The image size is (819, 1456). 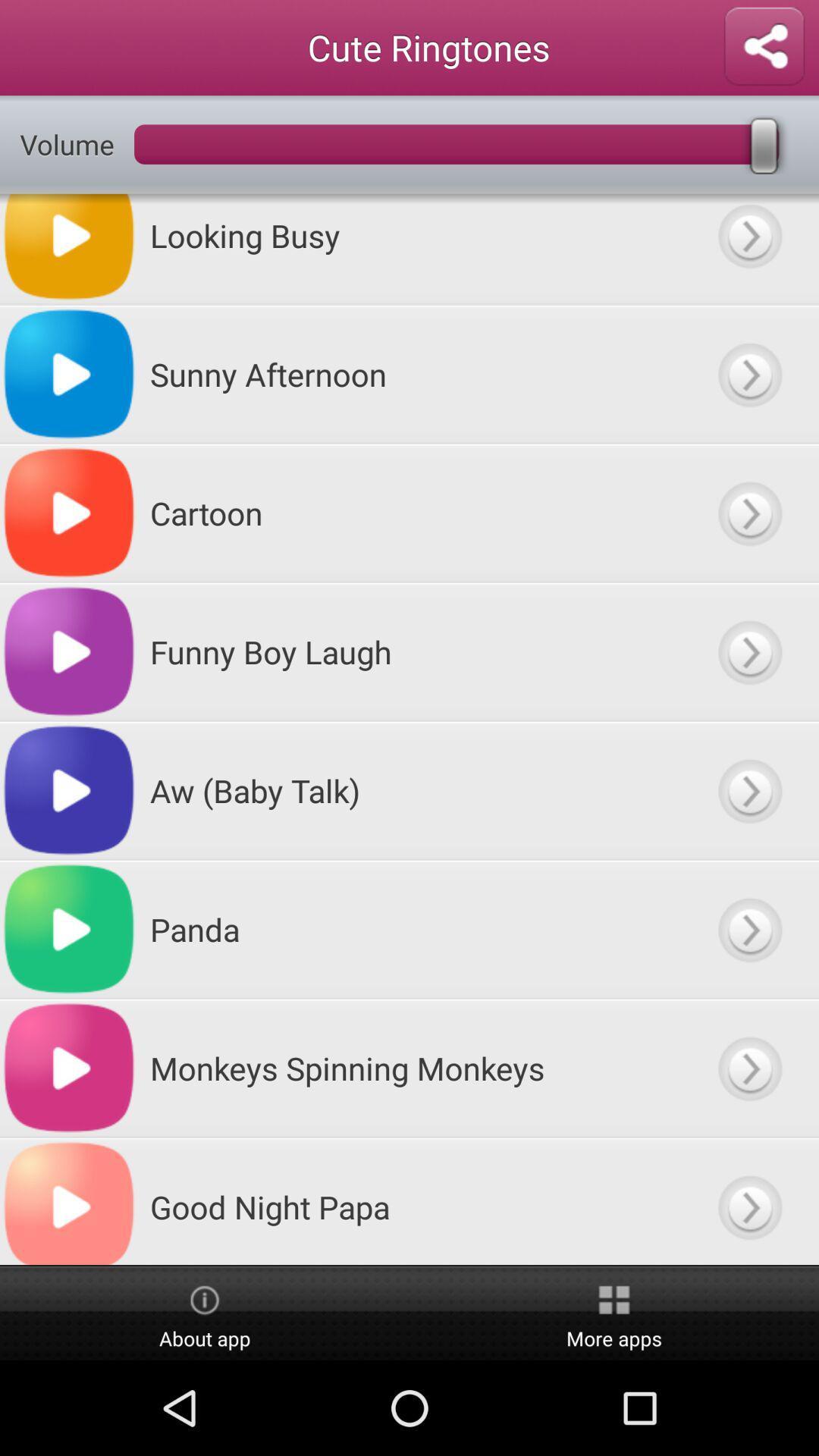 I want to click on menu, so click(x=748, y=789).